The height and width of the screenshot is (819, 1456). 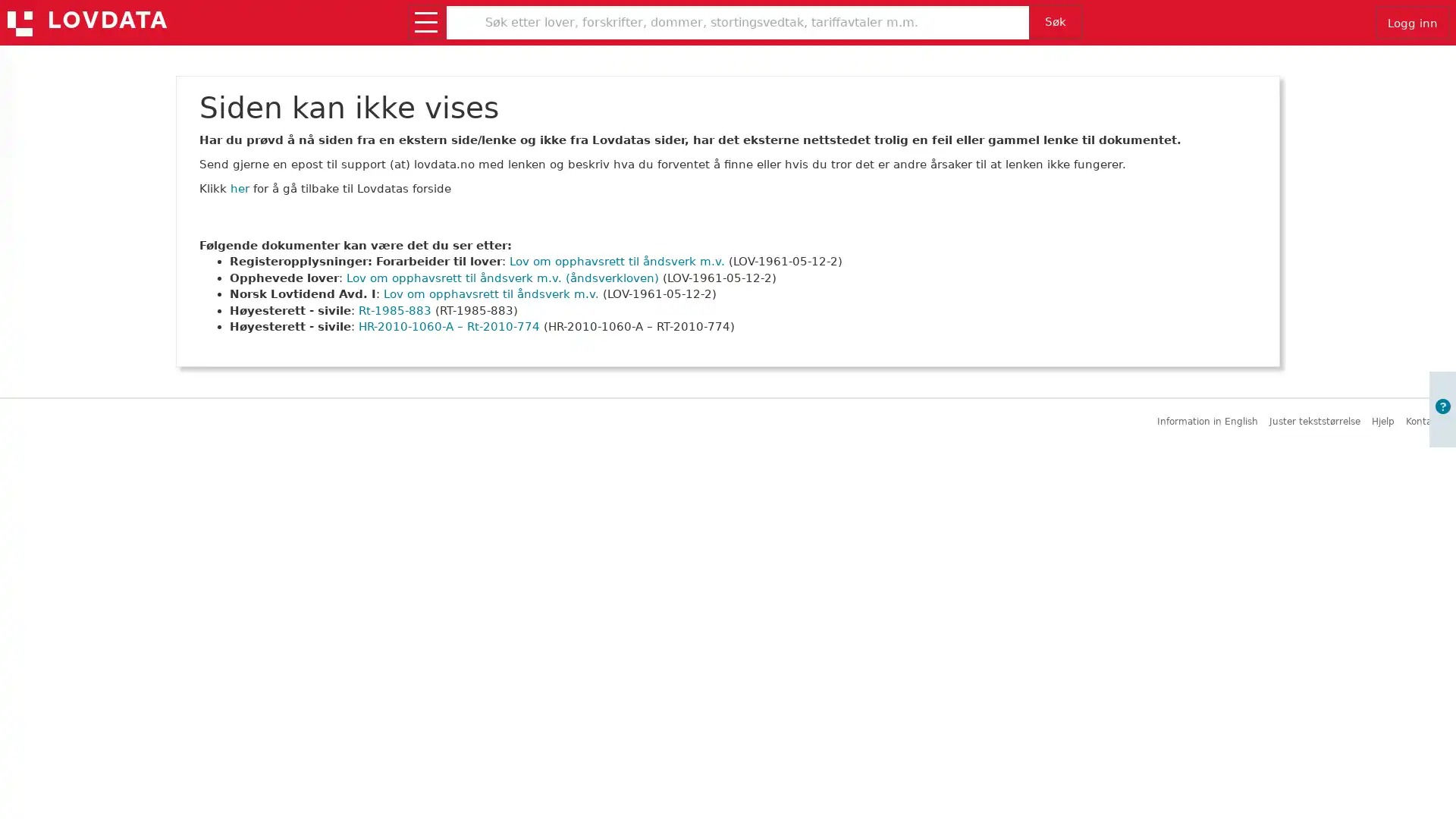 I want to click on Apne/lukk meny, so click(x=425, y=22).